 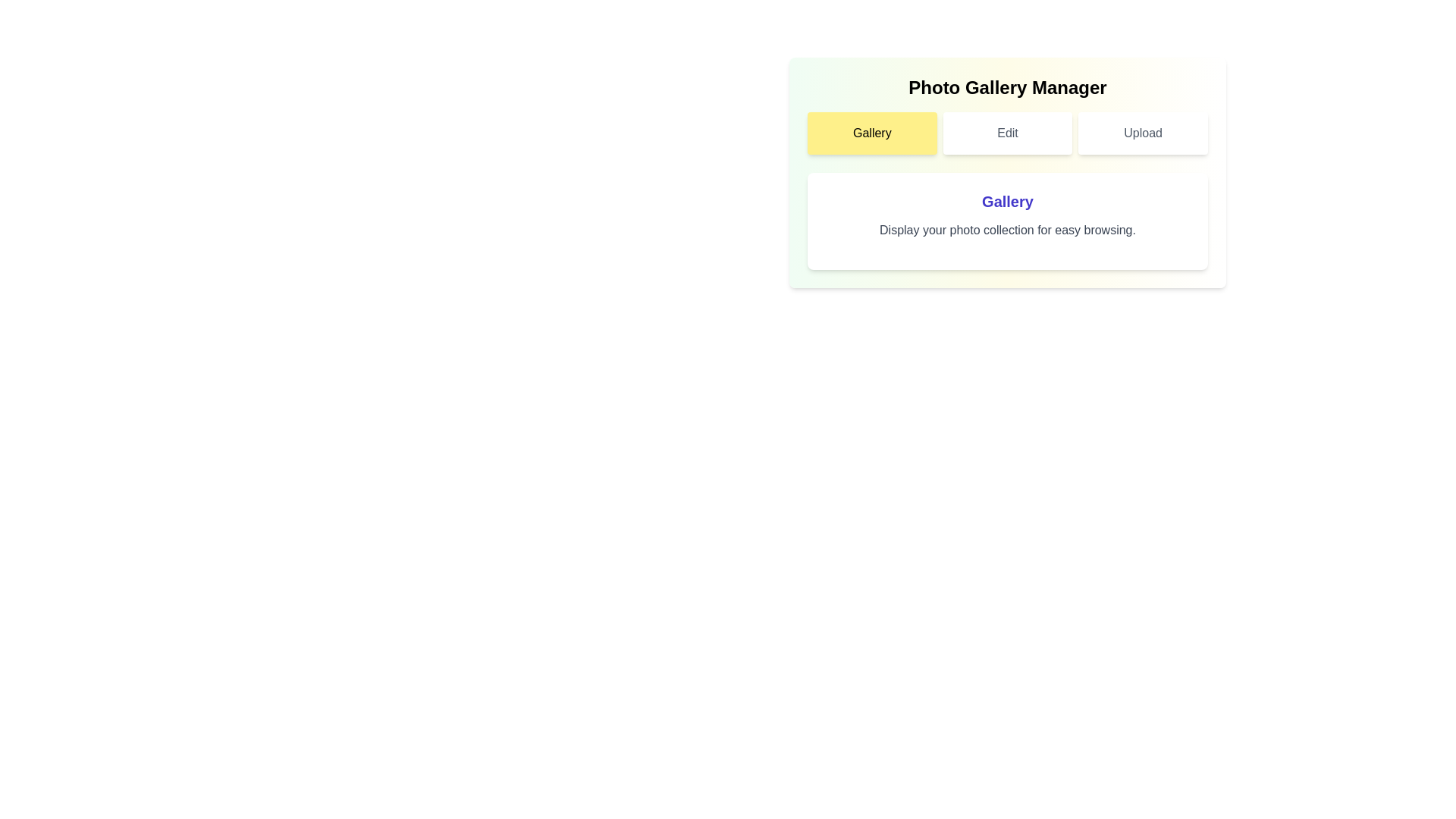 I want to click on the Gallery button located in the top-left corner of the button group in the 'Photo Gallery Manager' interface, so click(x=872, y=133).